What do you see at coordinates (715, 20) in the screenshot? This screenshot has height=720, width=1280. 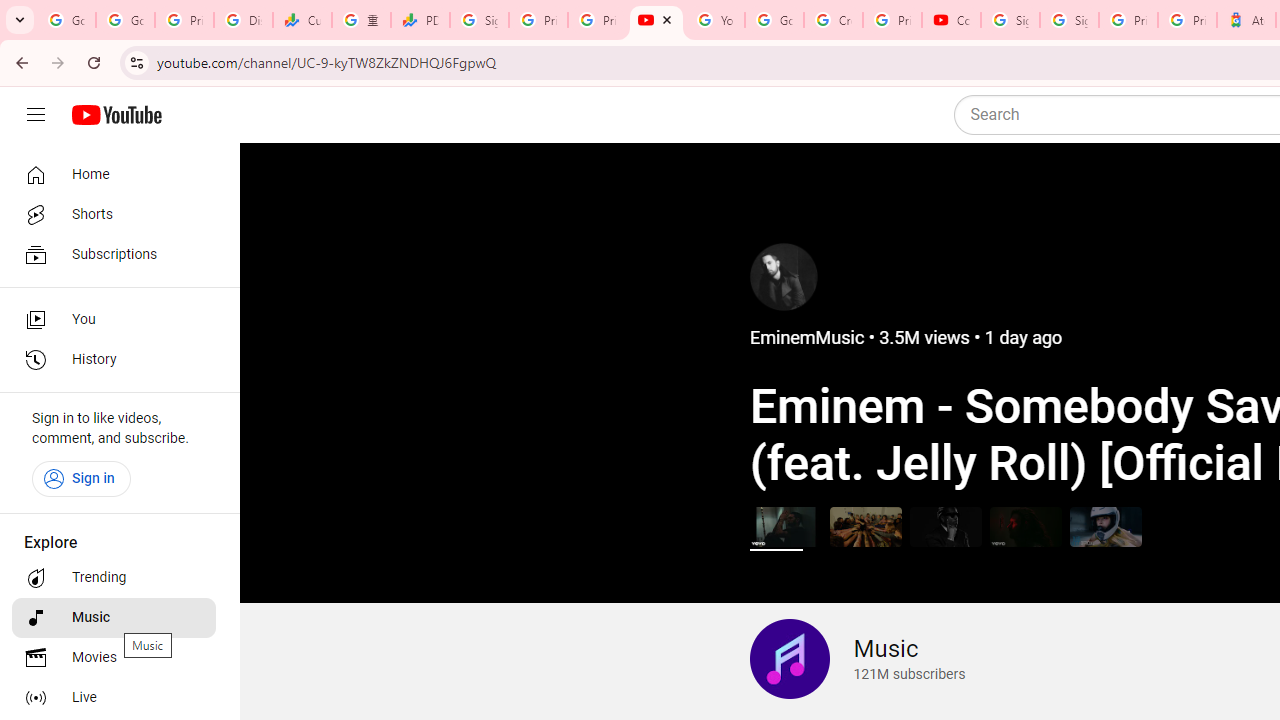 I see `'YouTube'` at bounding box center [715, 20].